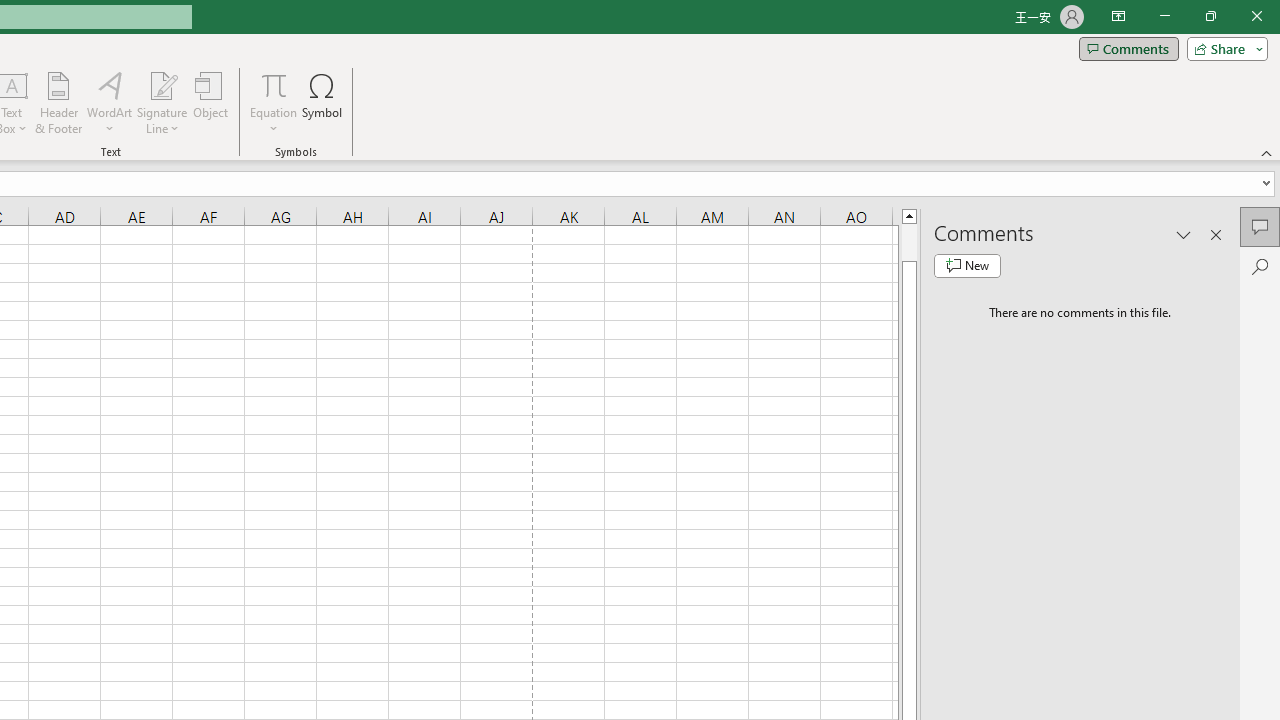 This screenshot has height=720, width=1280. Describe the element at coordinates (108, 103) in the screenshot. I see `'WordArt'` at that location.